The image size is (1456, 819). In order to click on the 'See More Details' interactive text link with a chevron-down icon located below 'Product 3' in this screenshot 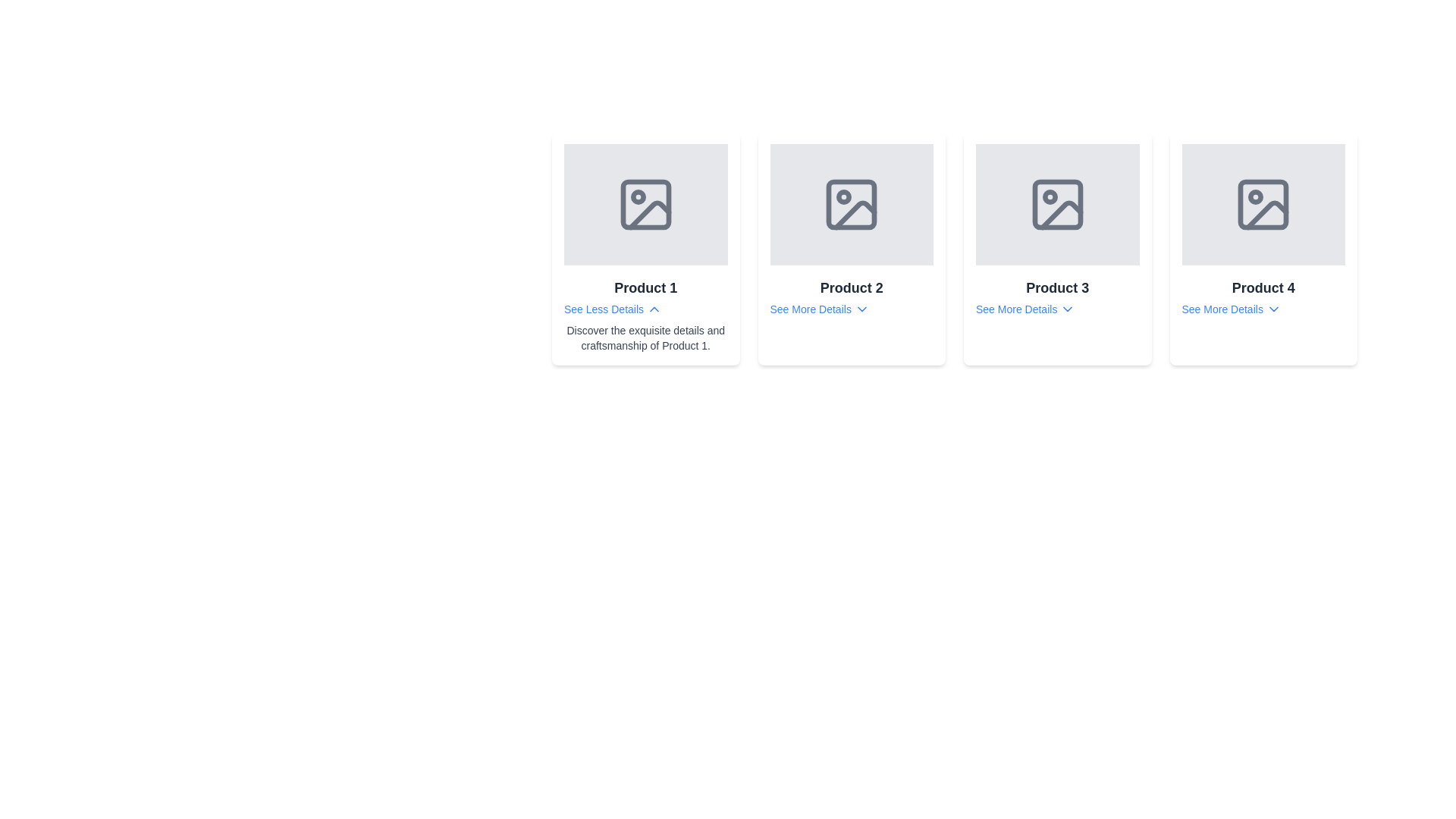, I will do `click(1025, 309)`.